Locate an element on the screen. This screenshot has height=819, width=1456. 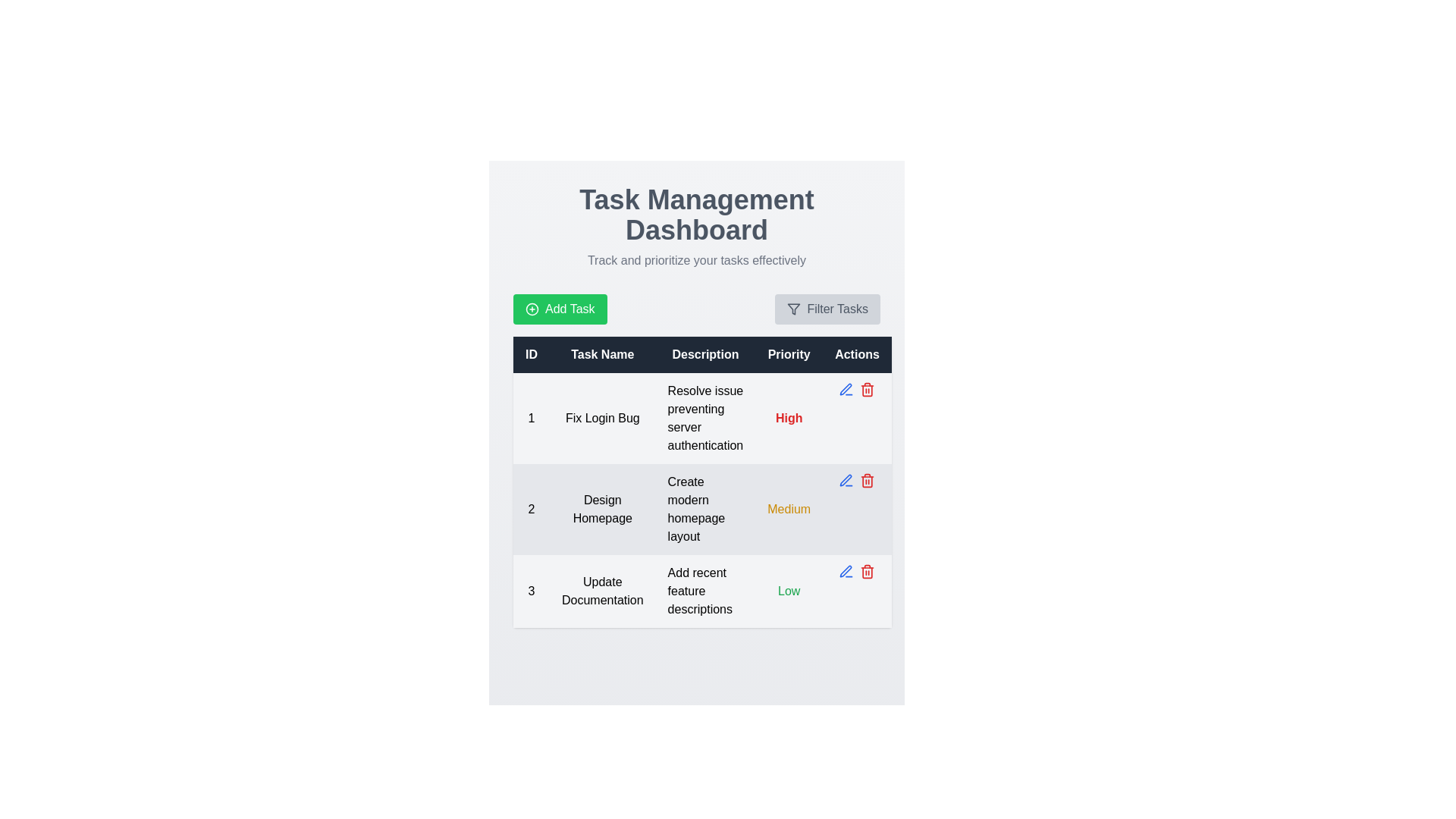
the red trash icon in the 'Actions' column of the task management table for the 'Design Homepage' task is located at coordinates (868, 573).